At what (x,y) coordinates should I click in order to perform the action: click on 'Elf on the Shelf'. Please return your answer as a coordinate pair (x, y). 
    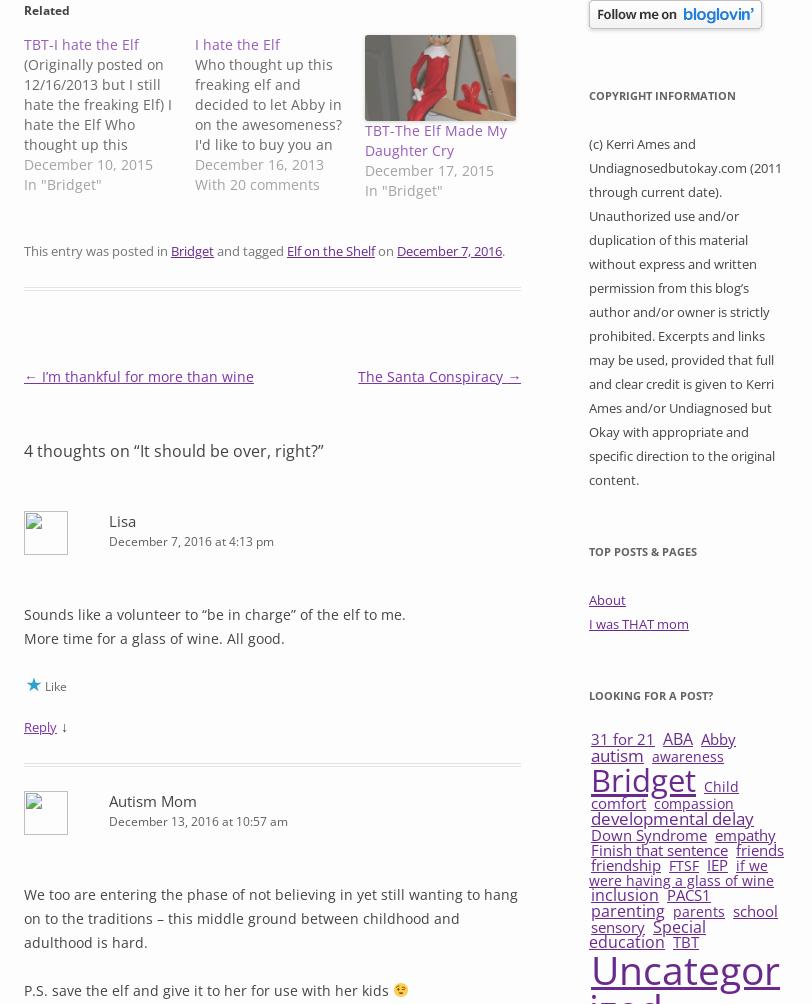
    Looking at the image, I should click on (330, 248).